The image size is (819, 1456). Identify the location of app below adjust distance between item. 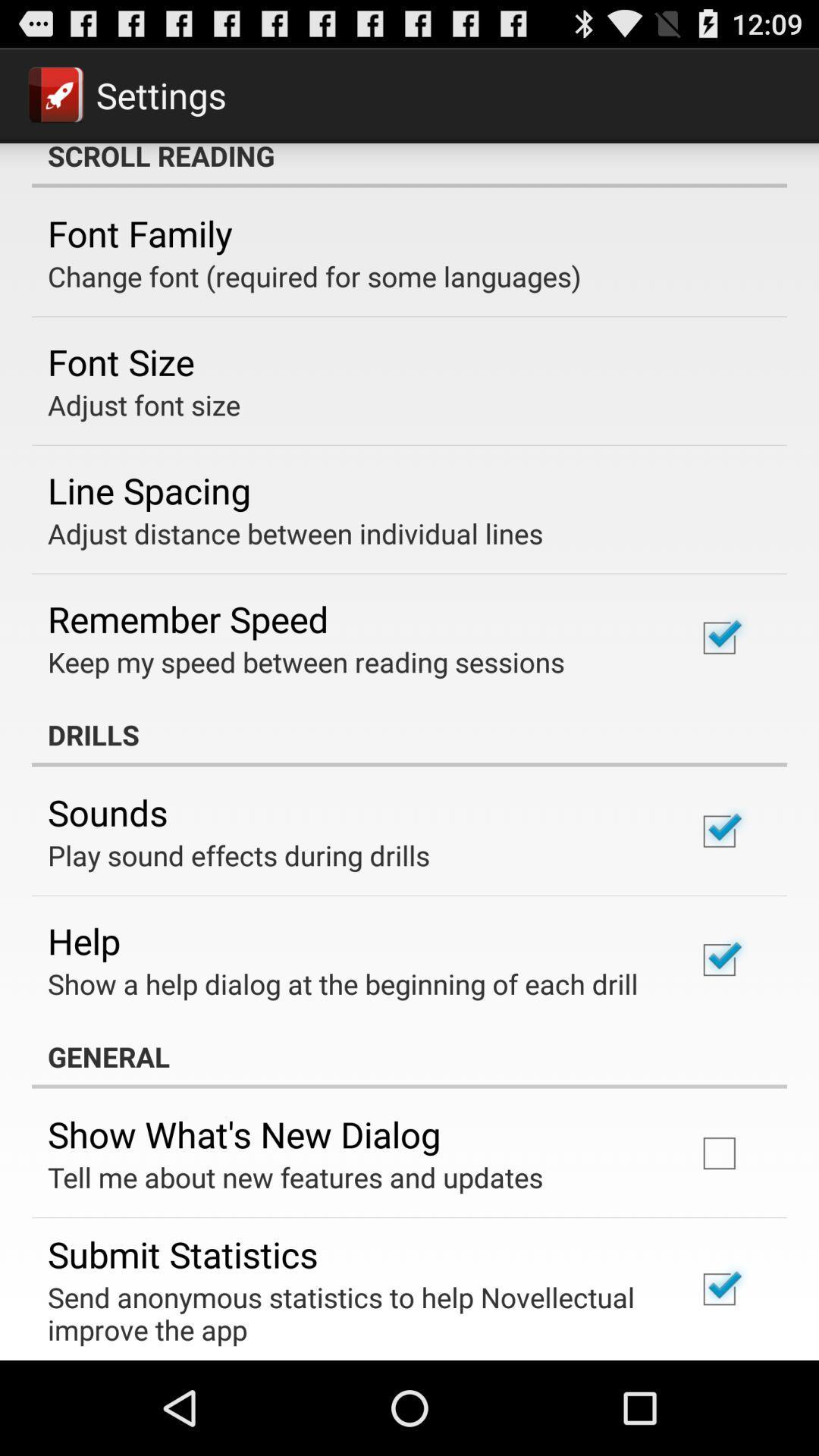
(187, 619).